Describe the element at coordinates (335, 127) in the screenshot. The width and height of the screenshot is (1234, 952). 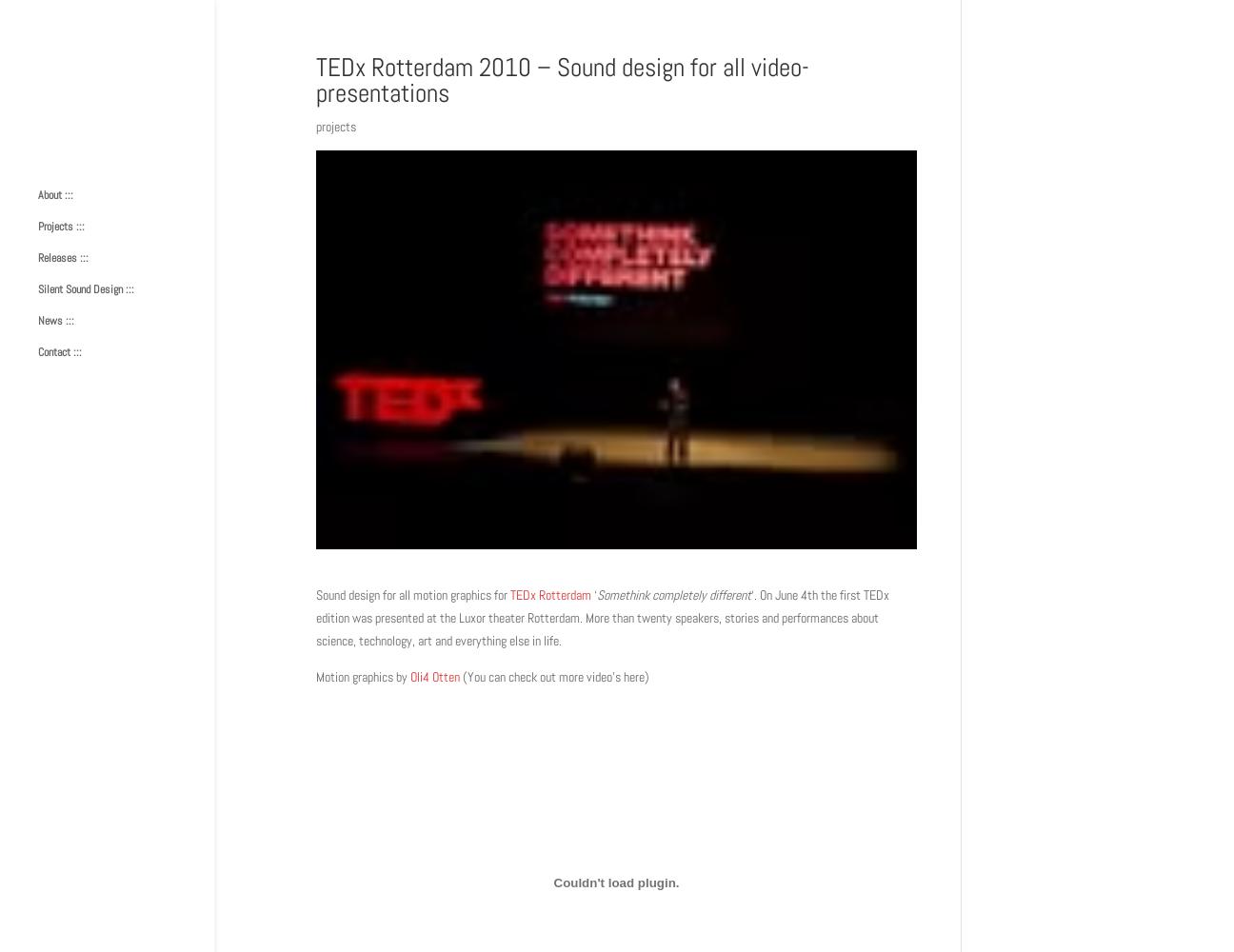
I see `'projects'` at that location.